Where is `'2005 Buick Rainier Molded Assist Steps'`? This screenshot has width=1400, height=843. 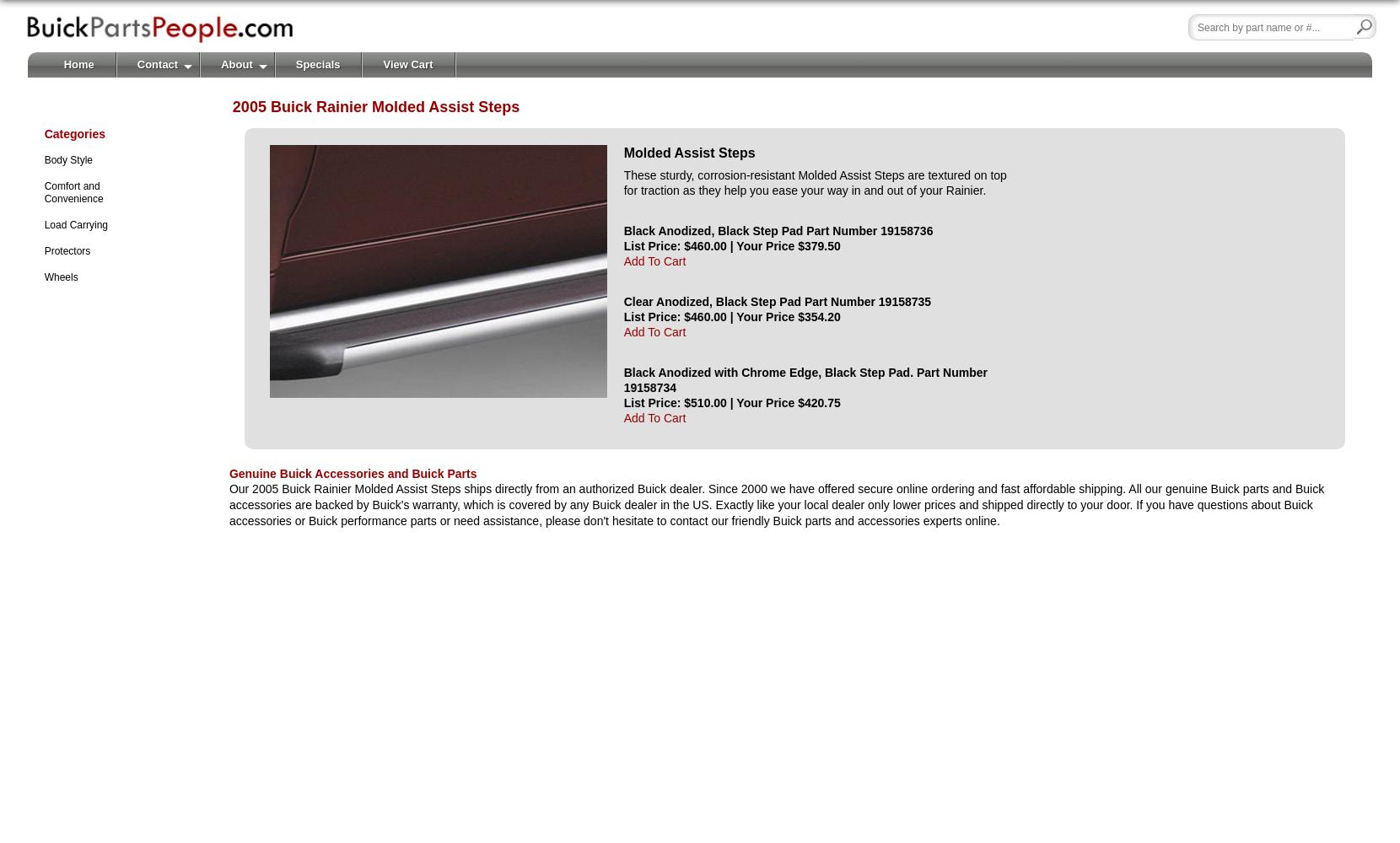
'2005 Buick Rainier Molded Assist Steps' is located at coordinates (231, 106).